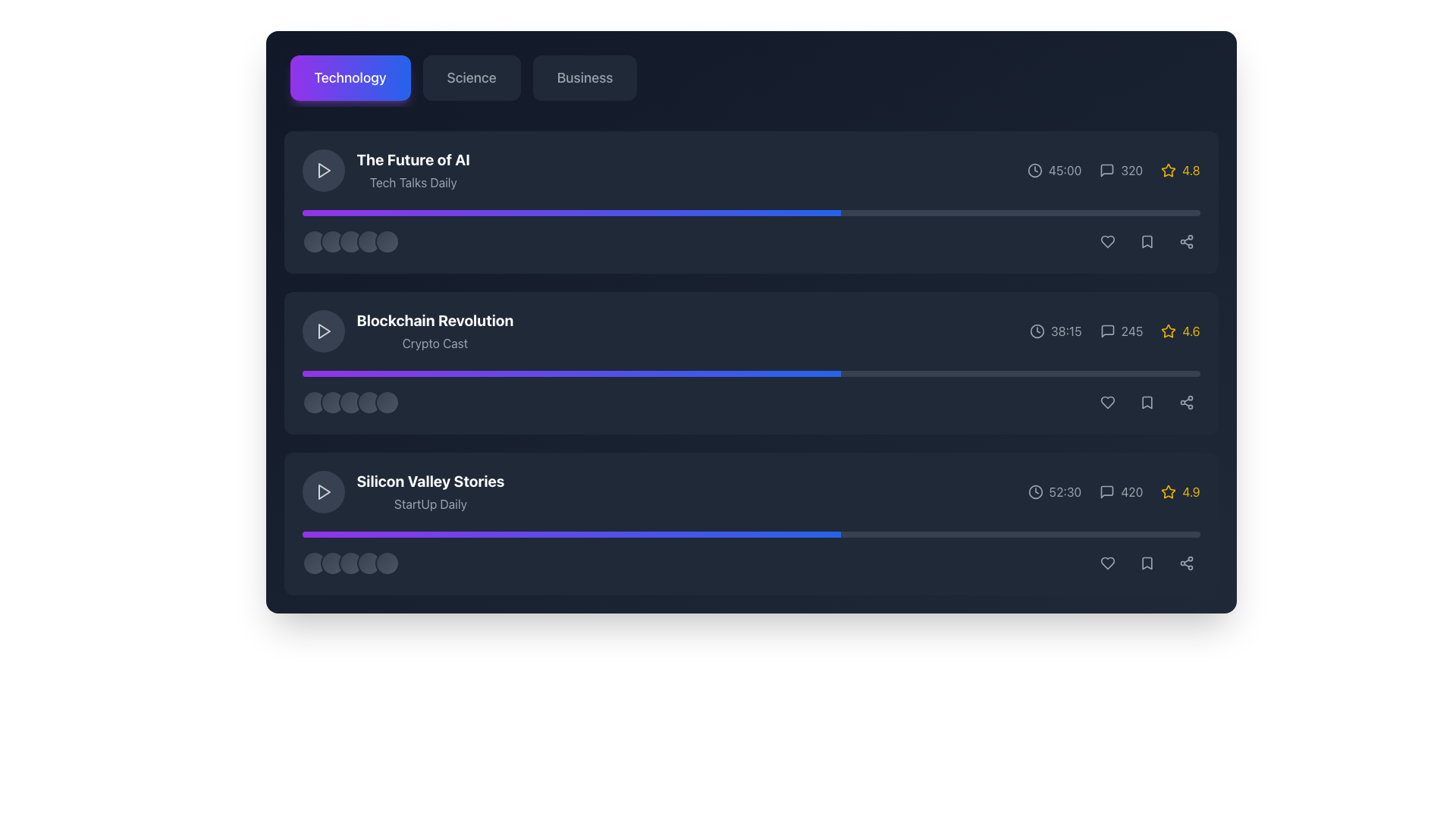 The width and height of the screenshot is (1456, 819). What do you see at coordinates (350, 241) in the screenshot?
I see `the circular user avatar with a gradient background, which is the third item in a group of five under the 'The Future of AI' section` at bounding box center [350, 241].